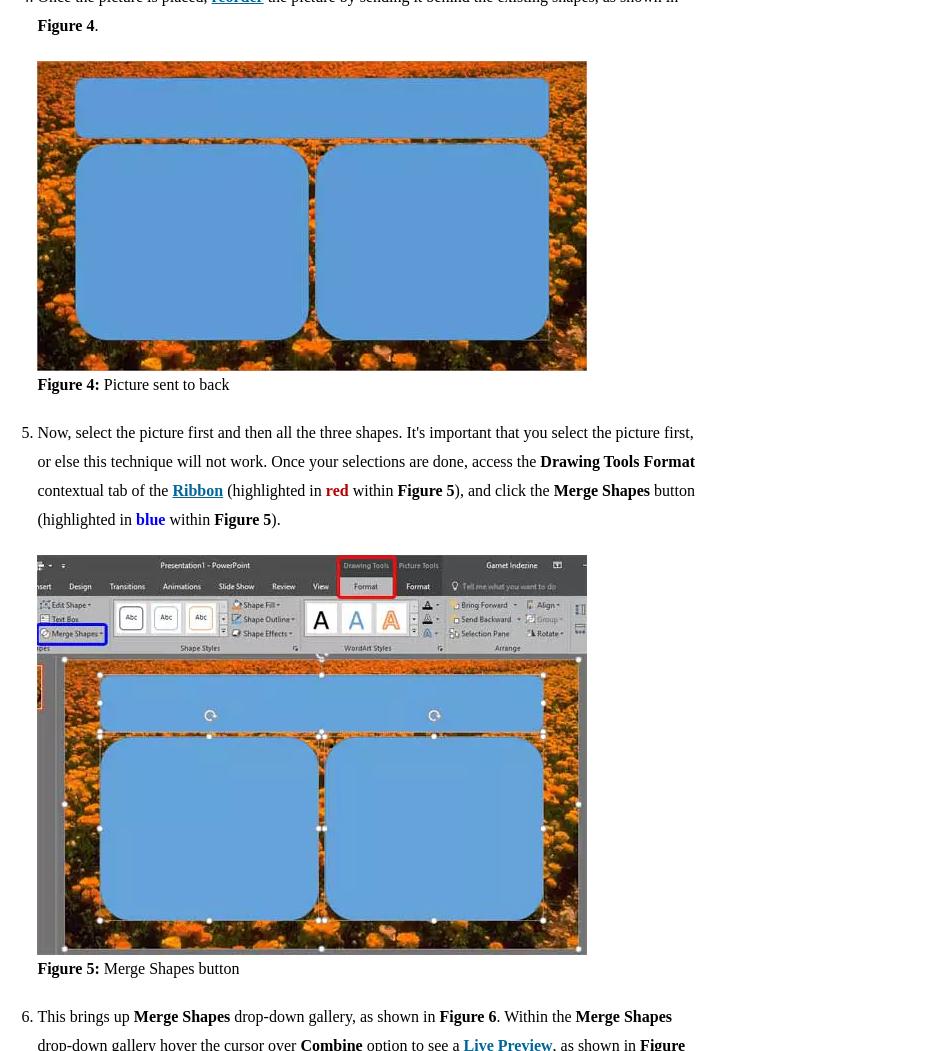  Describe the element at coordinates (85, 1015) in the screenshot. I see `'This brings up'` at that location.